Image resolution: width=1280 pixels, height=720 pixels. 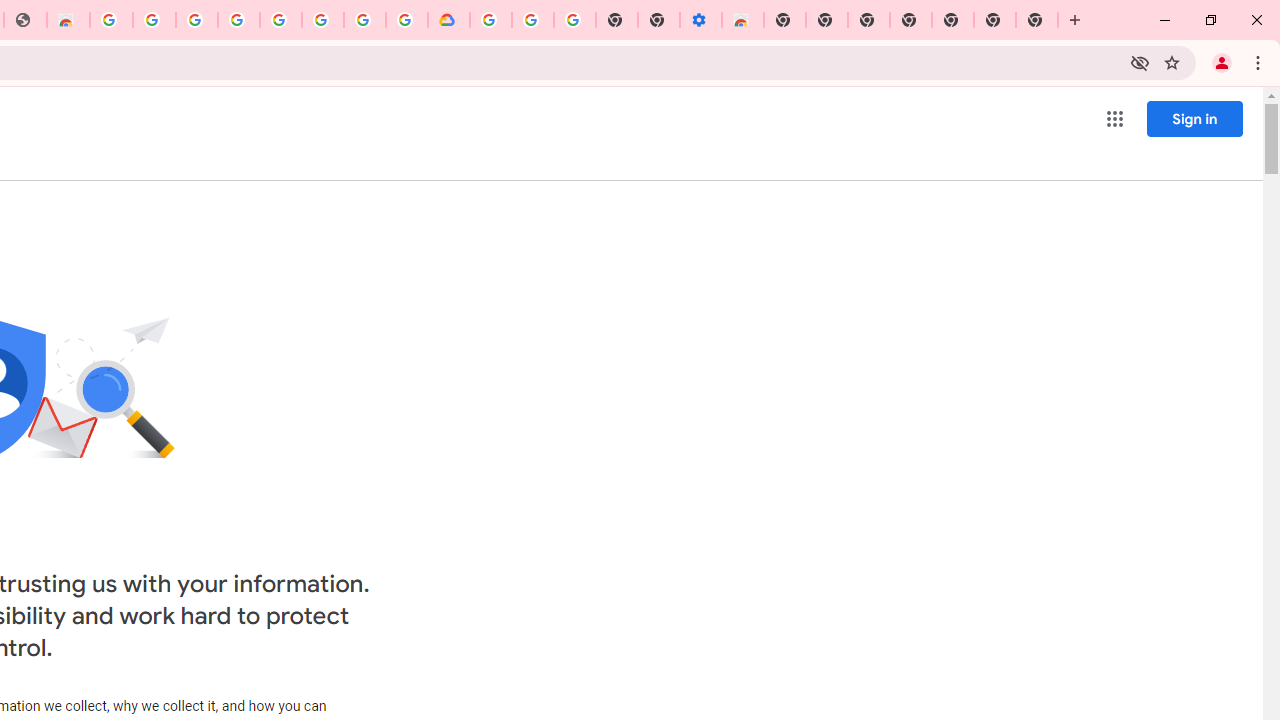 What do you see at coordinates (574, 20) in the screenshot?
I see `'Turn cookies on or off - Computer - Google Account Help'` at bounding box center [574, 20].